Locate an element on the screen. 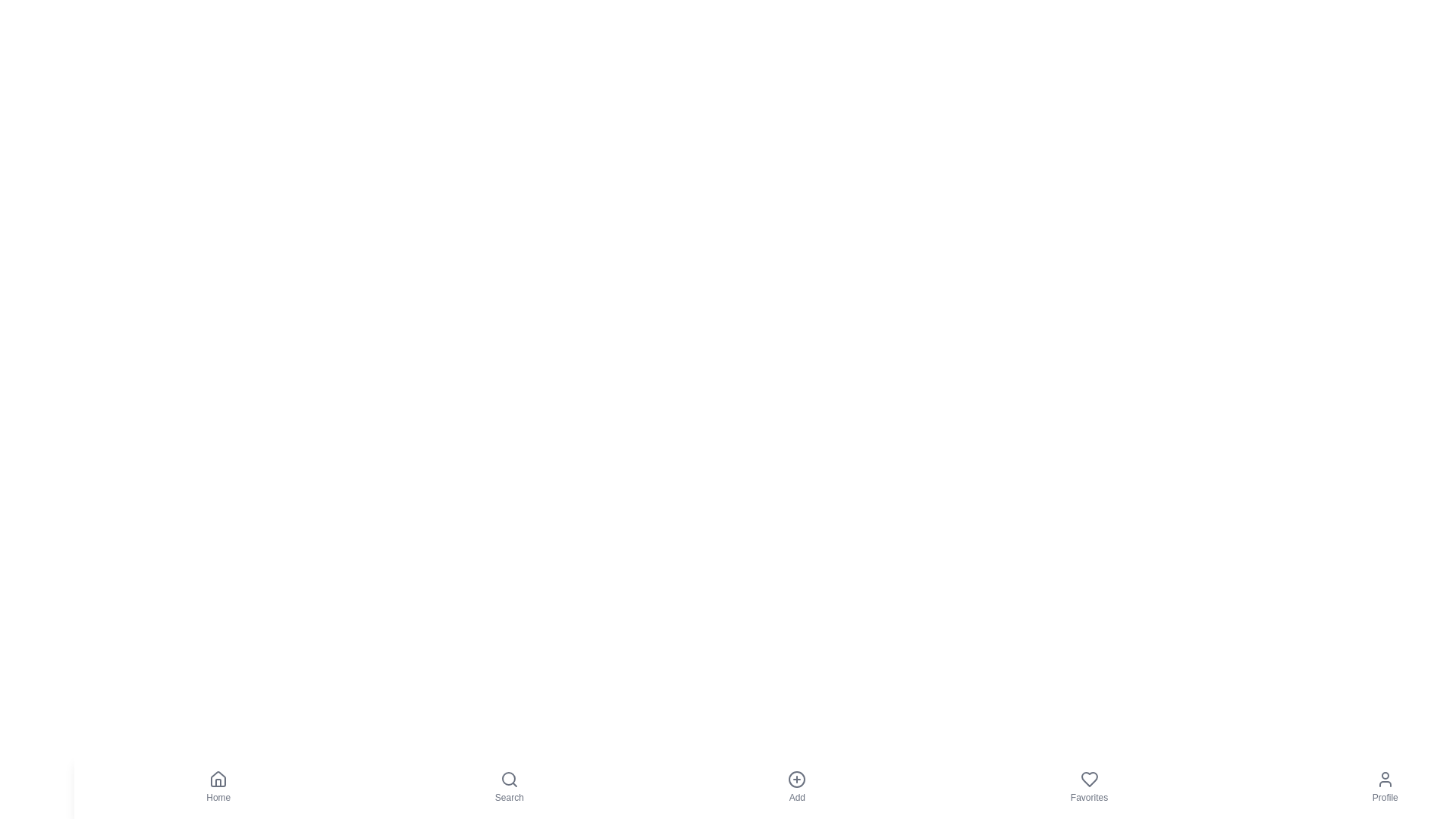 The image size is (1456, 819). the user icon, which is a minimalistic gray graphic resembling a round head and shoulders, located within the 'Profile' button at the bottom right corner of the interface is located at coordinates (1385, 780).